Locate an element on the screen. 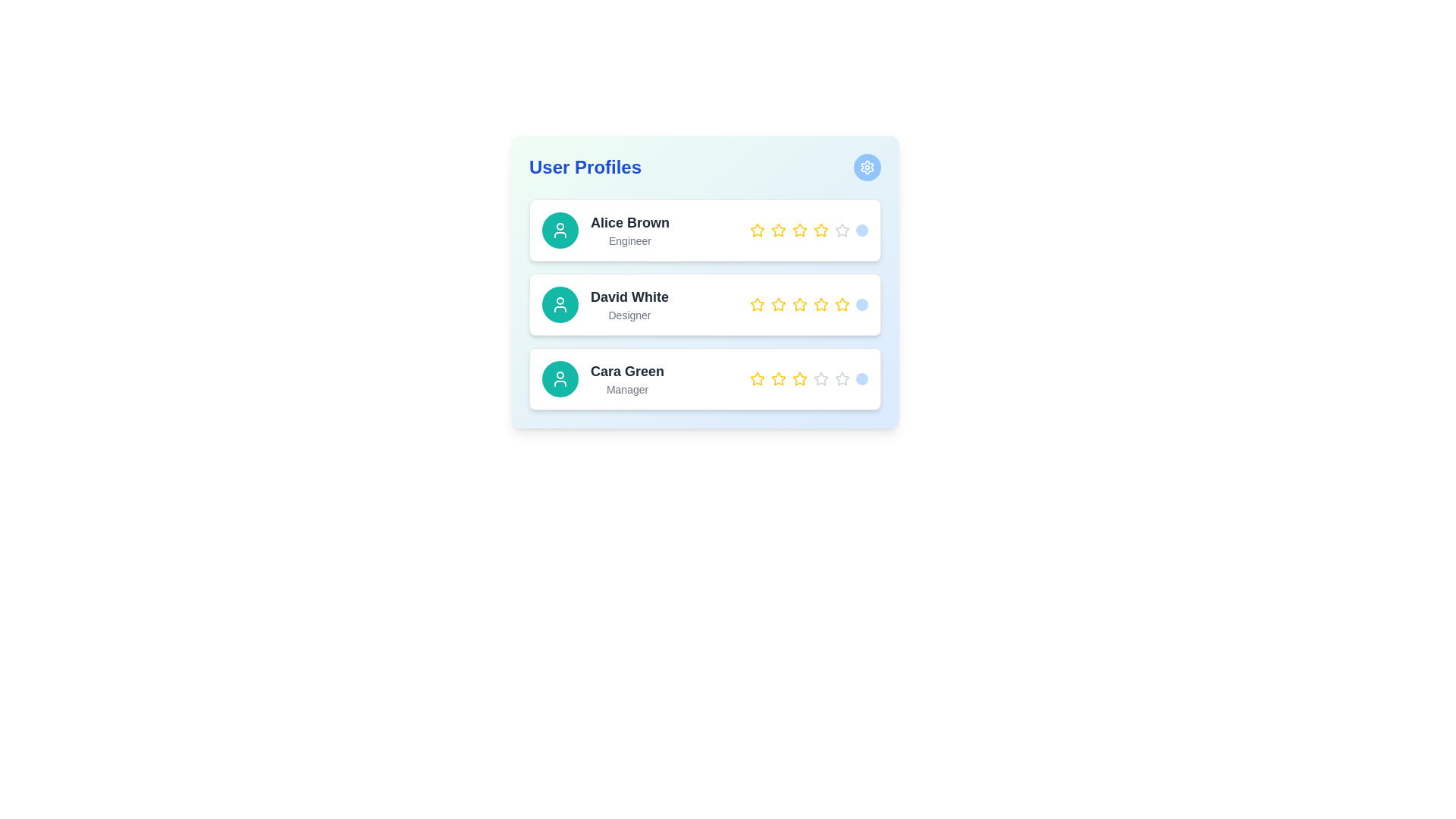 The image size is (1456, 819). the third star icon in the 'User Profiles' section is located at coordinates (779, 304).